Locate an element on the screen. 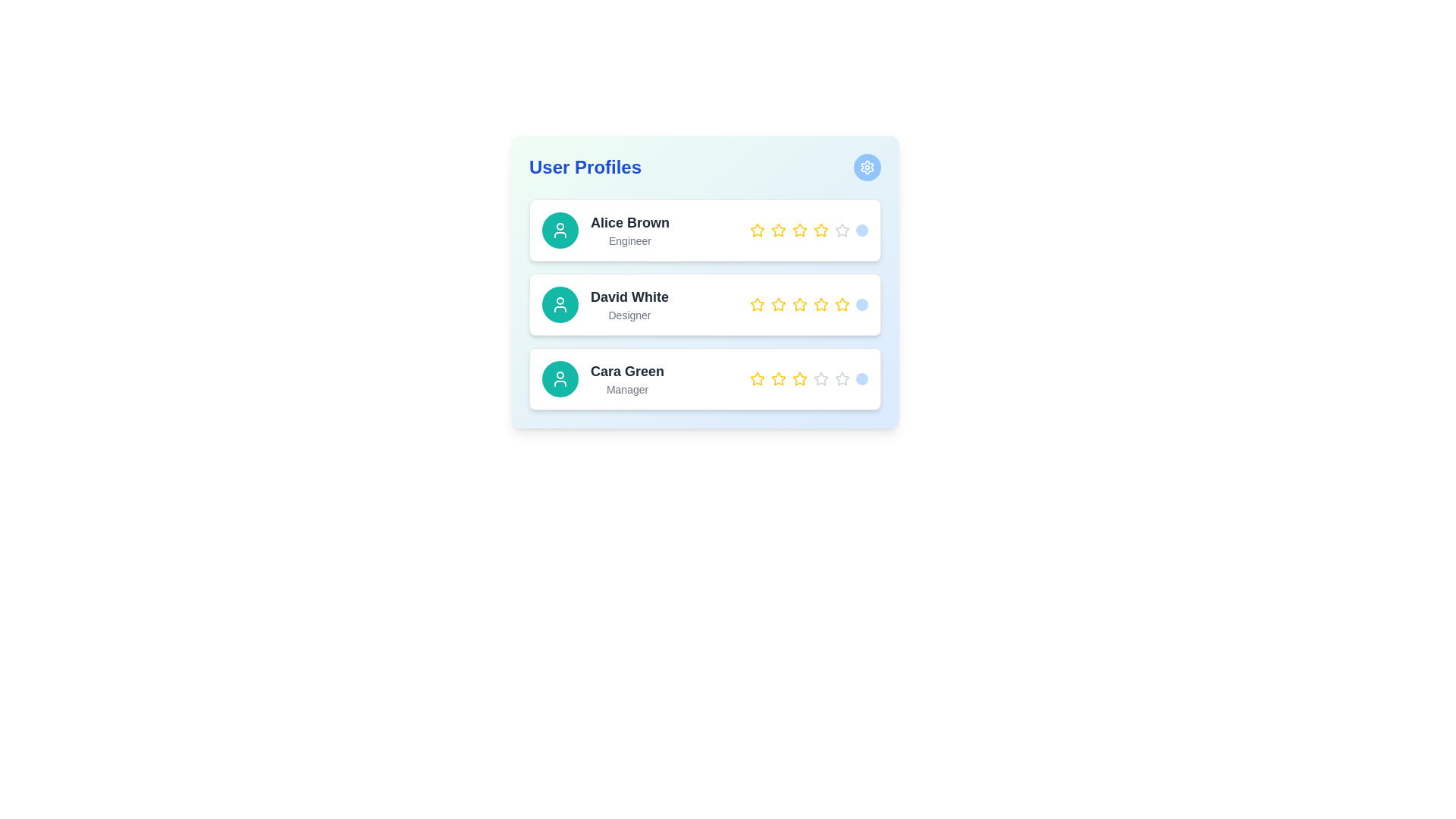 The image size is (1456, 819). the third star icon in the 'User Profiles' section is located at coordinates (779, 304).